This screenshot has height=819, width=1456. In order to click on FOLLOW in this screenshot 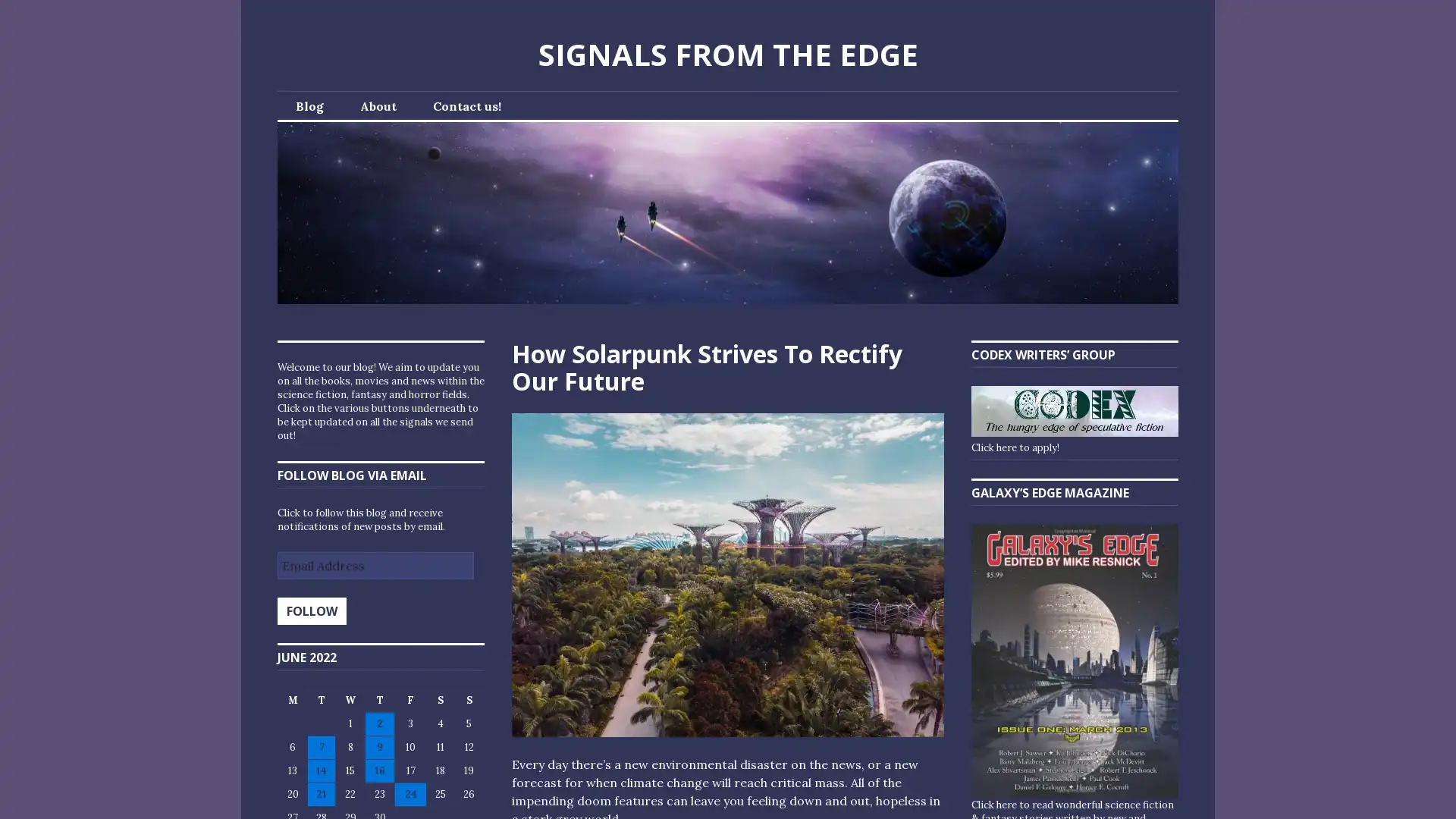, I will do `click(311, 610)`.